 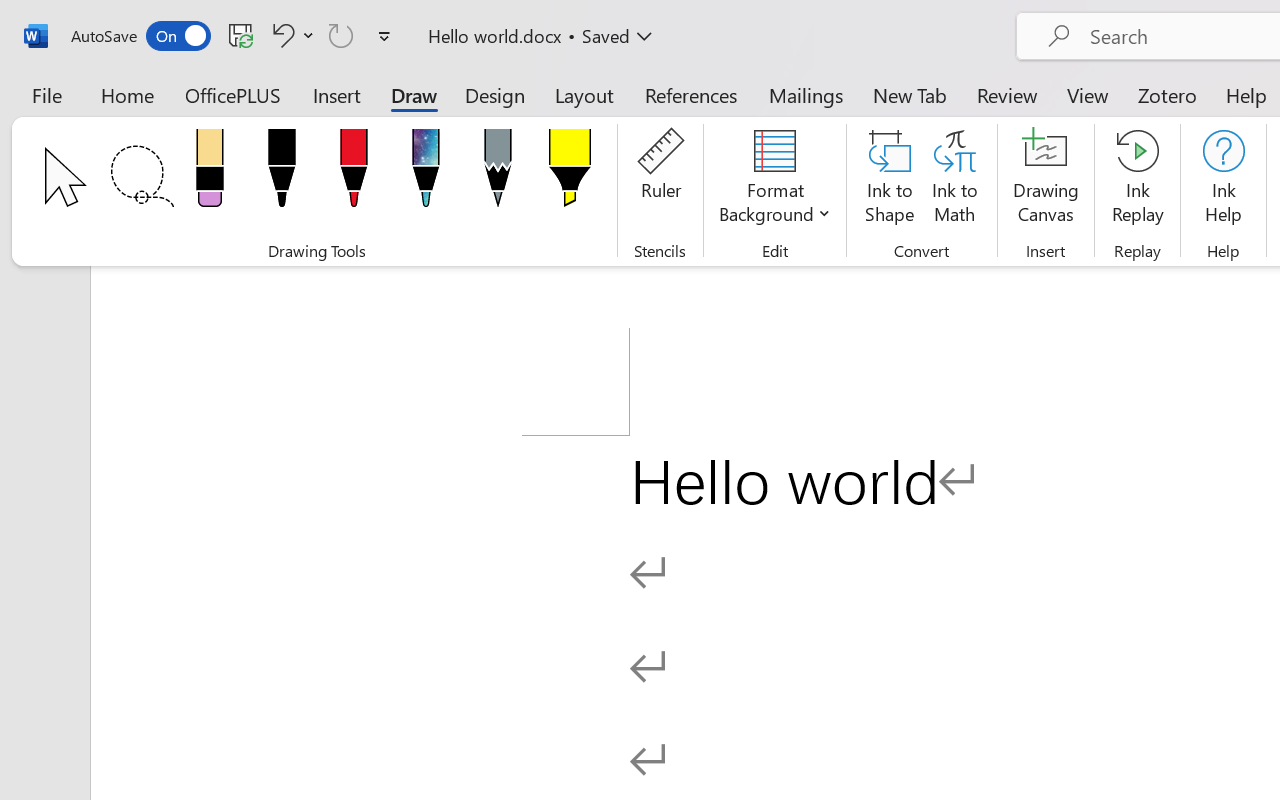 I want to click on 'New Tab', so click(x=909, y=94).